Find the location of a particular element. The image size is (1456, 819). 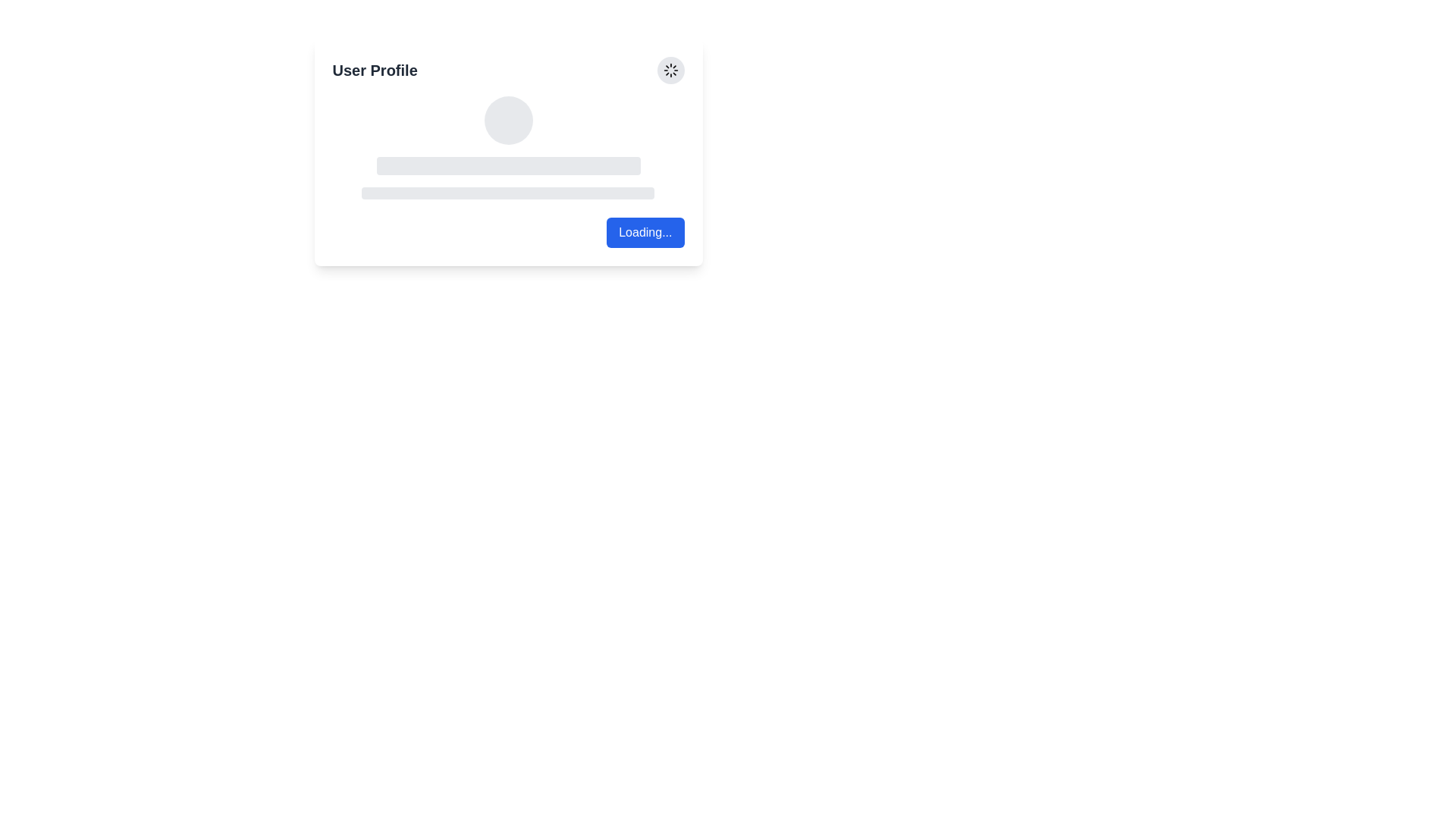

the Loader icon, which is a circular button with a light gray background located at the top-right corner of the card-like layout, indicating a loading or processing state is located at coordinates (670, 70).